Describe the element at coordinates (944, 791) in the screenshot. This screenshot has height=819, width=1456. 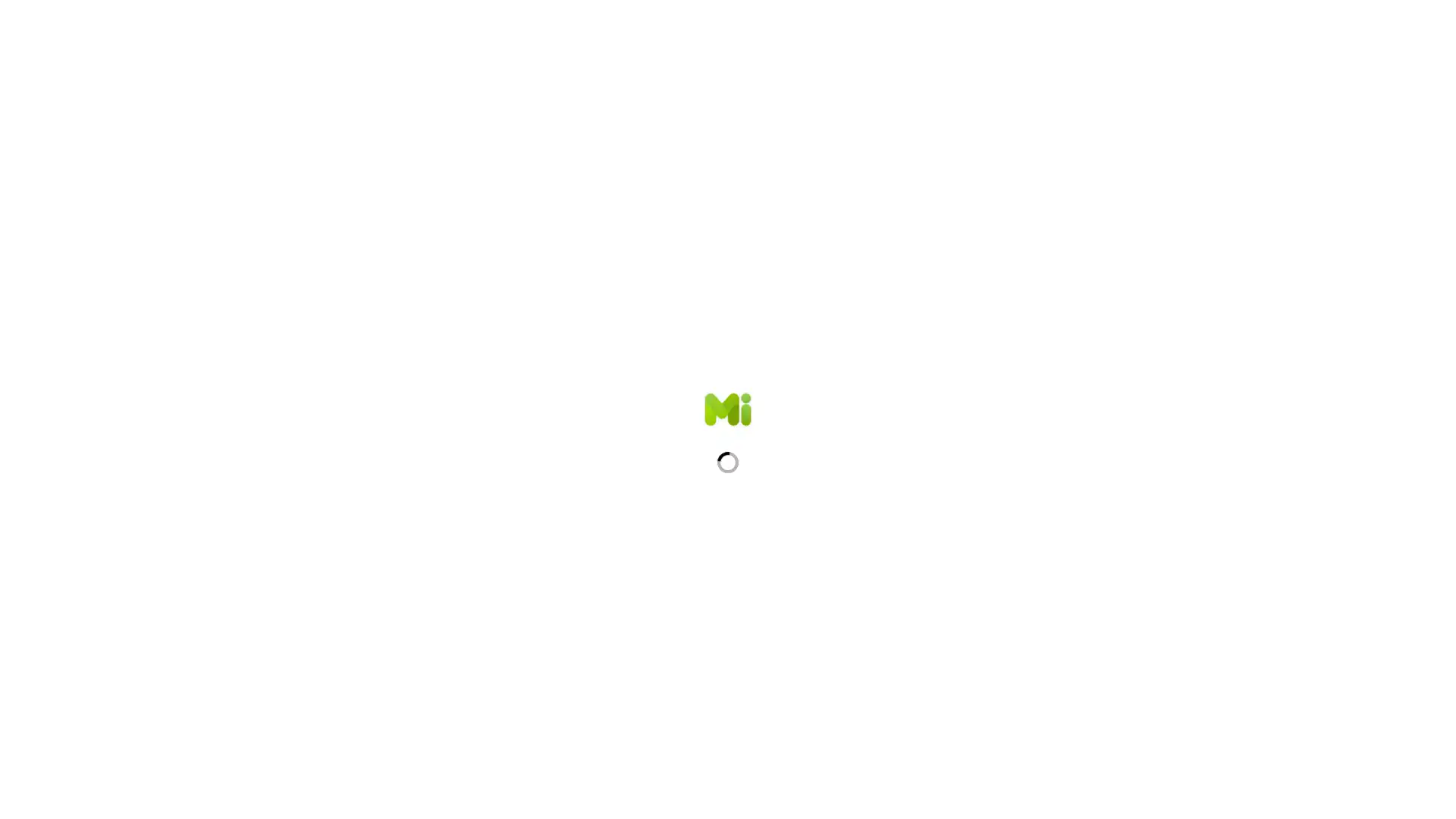
I see `Show more` at that location.